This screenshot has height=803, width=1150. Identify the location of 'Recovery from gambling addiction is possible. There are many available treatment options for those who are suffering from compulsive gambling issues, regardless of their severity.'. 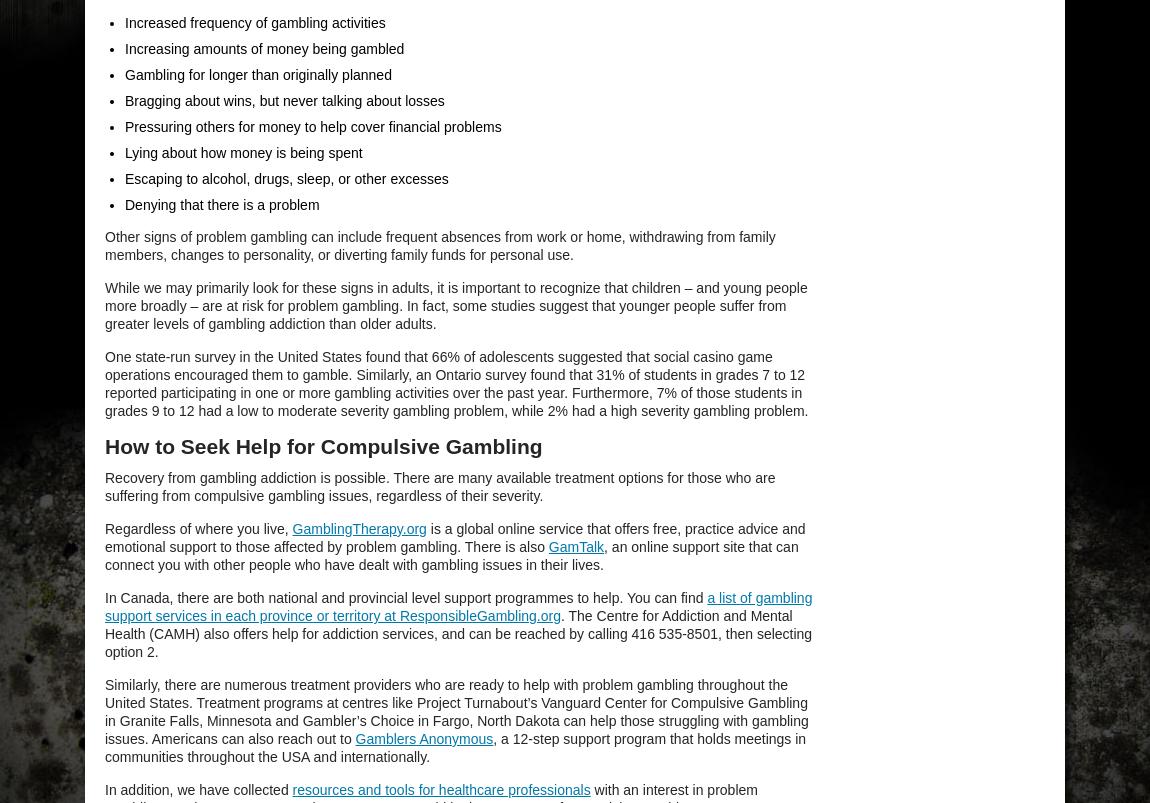
(439, 487).